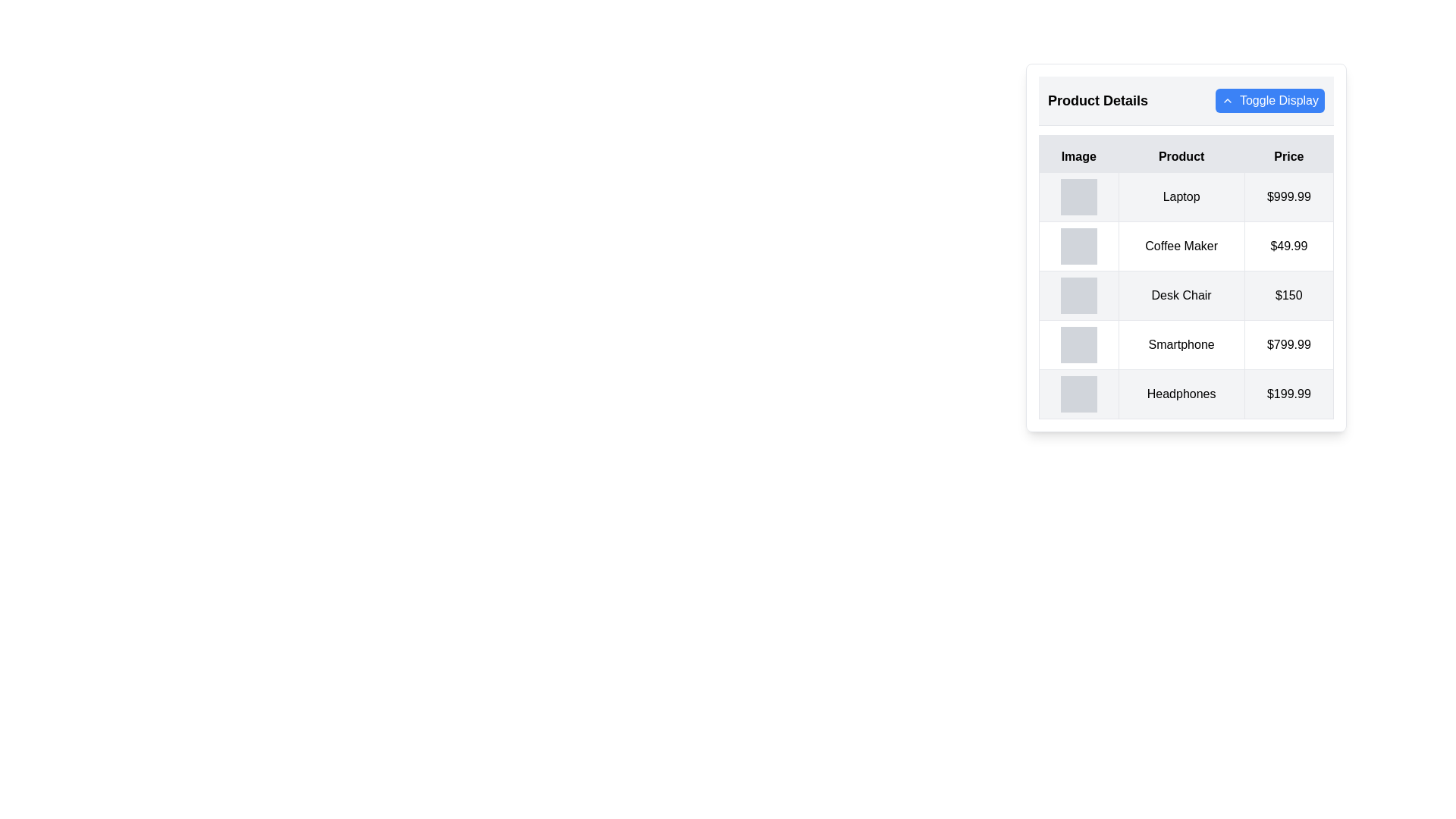  What do you see at coordinates (1270, 100) in the screenshot?
I see `the button with a blue background and white text reading 'Toggle Display' located in the top right corner of the 'Product Details' section` at bounding box center [1270, 100].